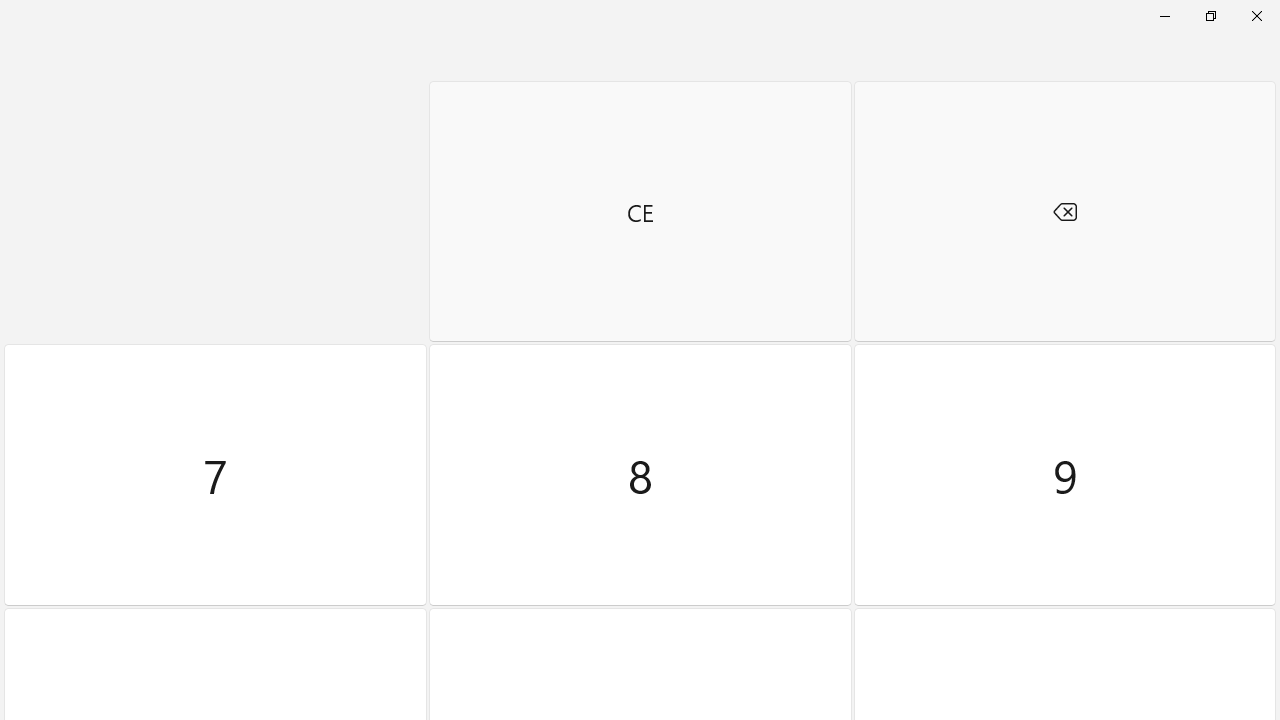 The image size is (1280, 720). I want to click on 'Nine', so click(1063, 475).